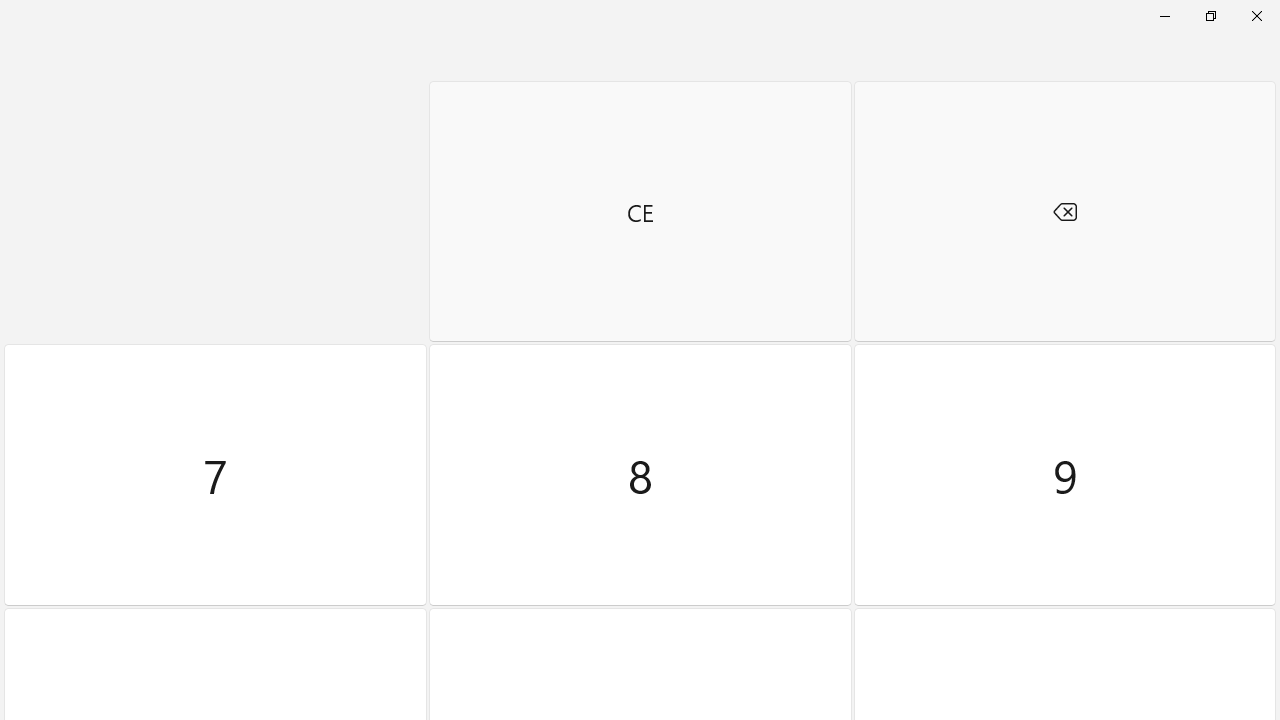 The image size is (1280, 720). I want to click on 'Nine', so click(1063, 475).